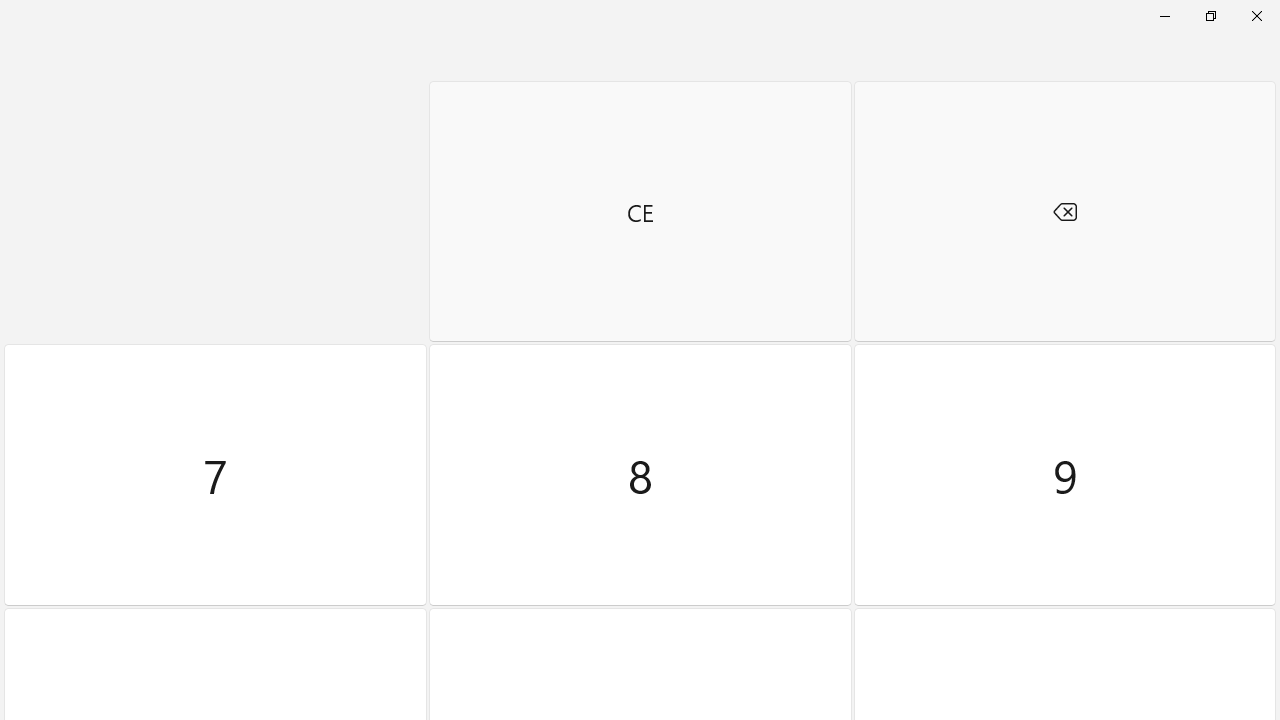 The image size is (1280, 720). I want to click on 'Nine', so click(1063, 475).